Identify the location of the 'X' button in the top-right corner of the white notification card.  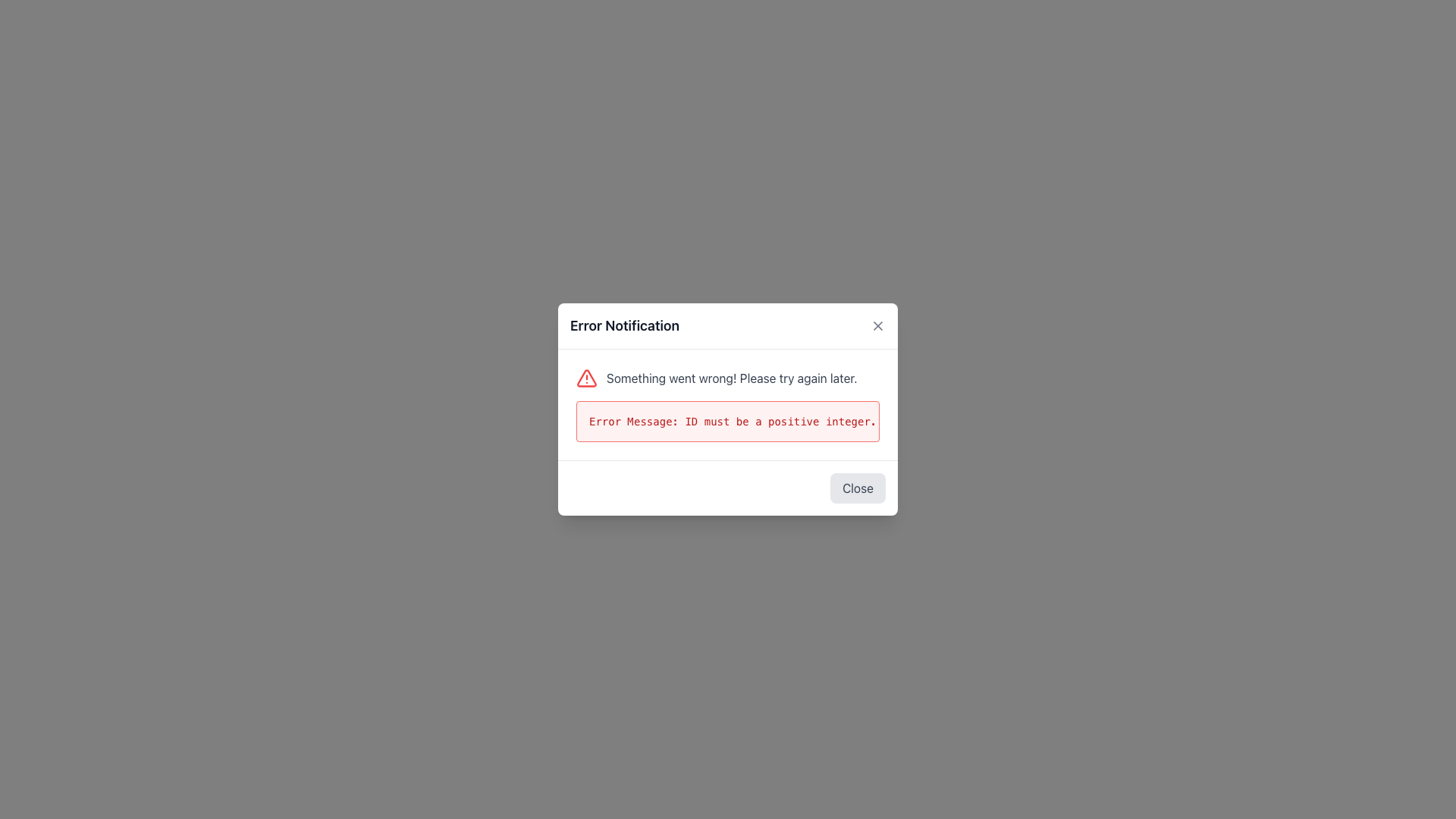
(877, 325).